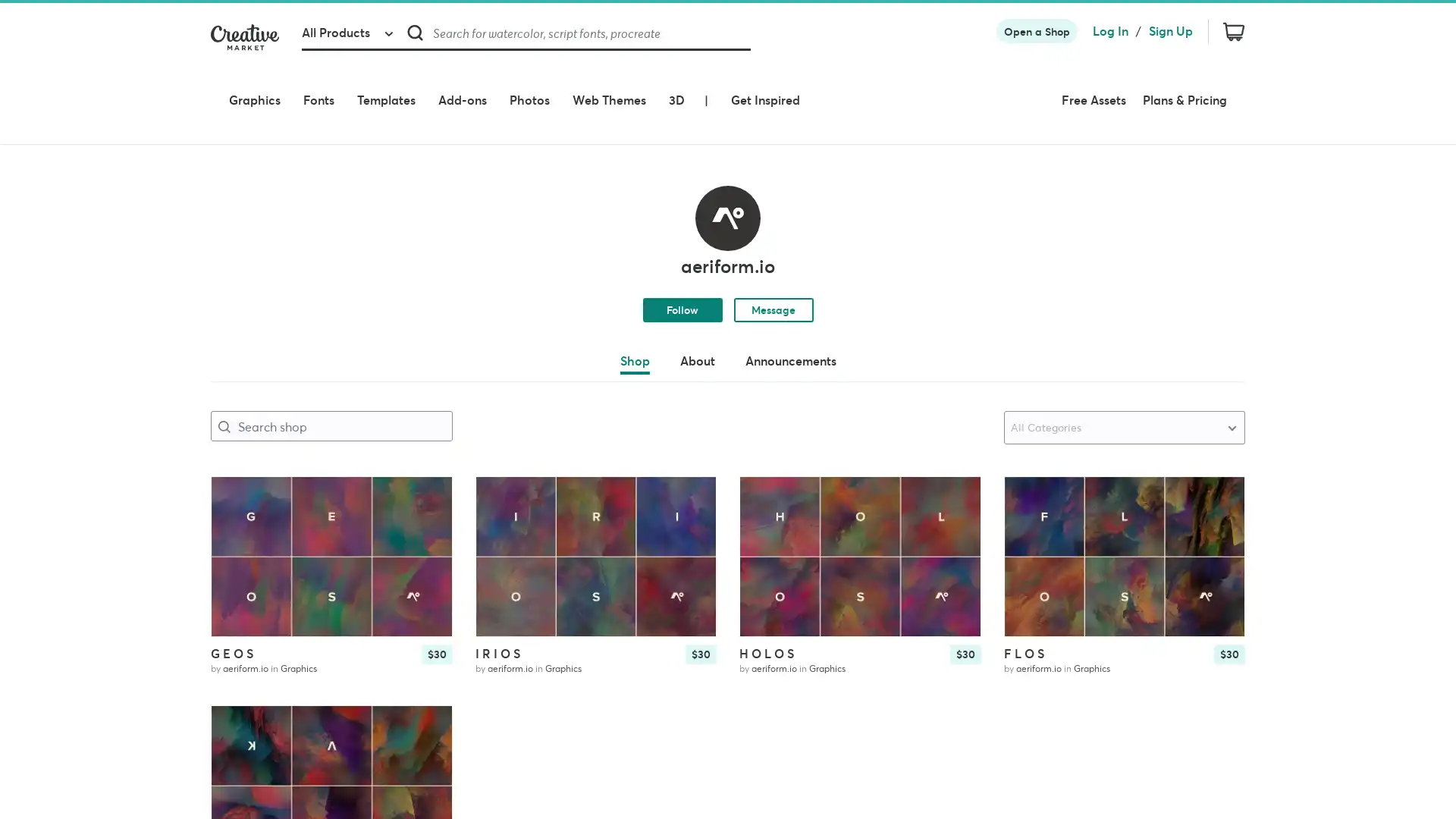  What do you see at coordinates (426, 469) in the screenshot?
I see `Save` at bounding box center [426, 469].